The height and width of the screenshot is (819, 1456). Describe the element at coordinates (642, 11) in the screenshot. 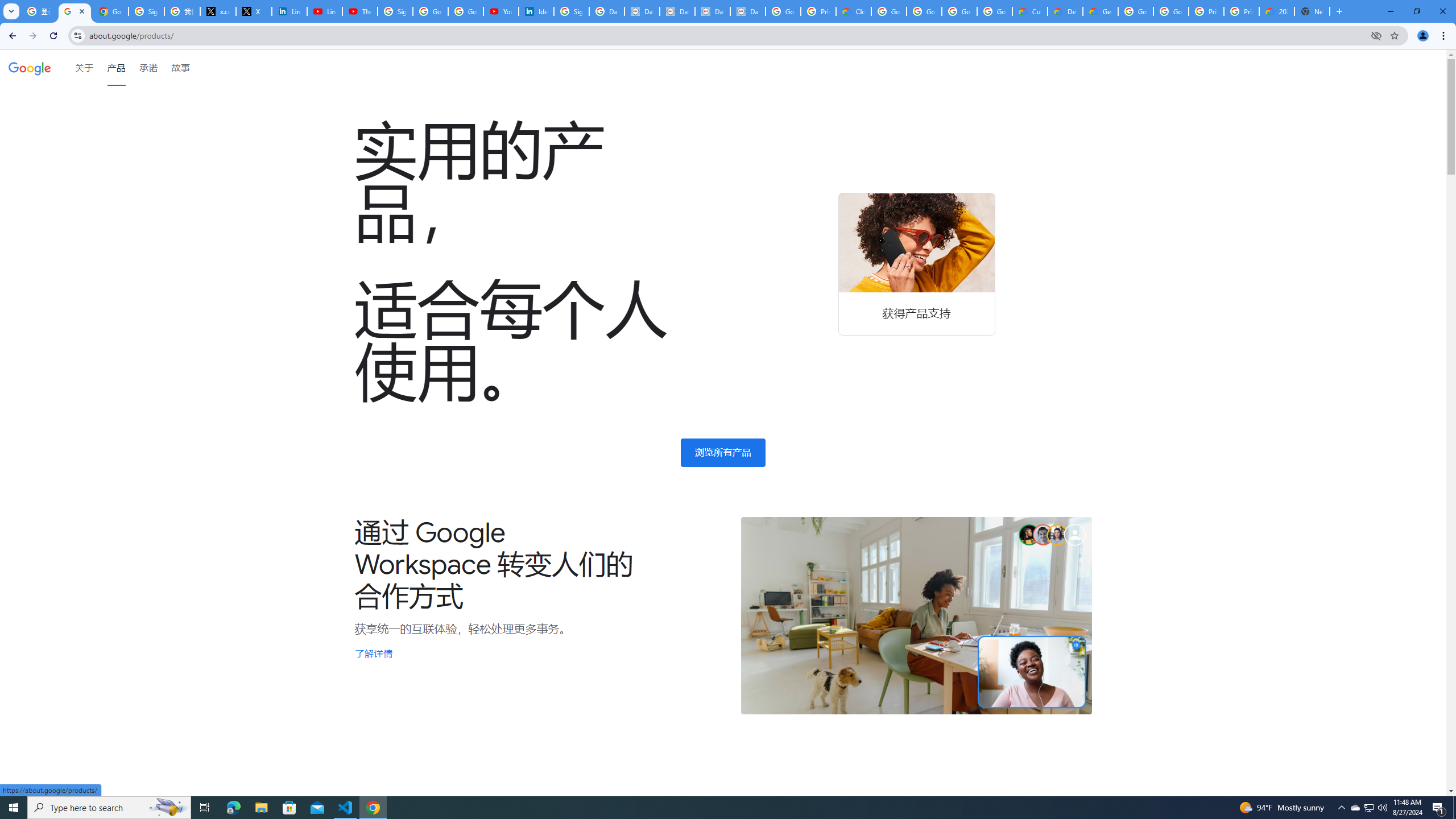

I see `'Data Privacy Framework'` at that location.